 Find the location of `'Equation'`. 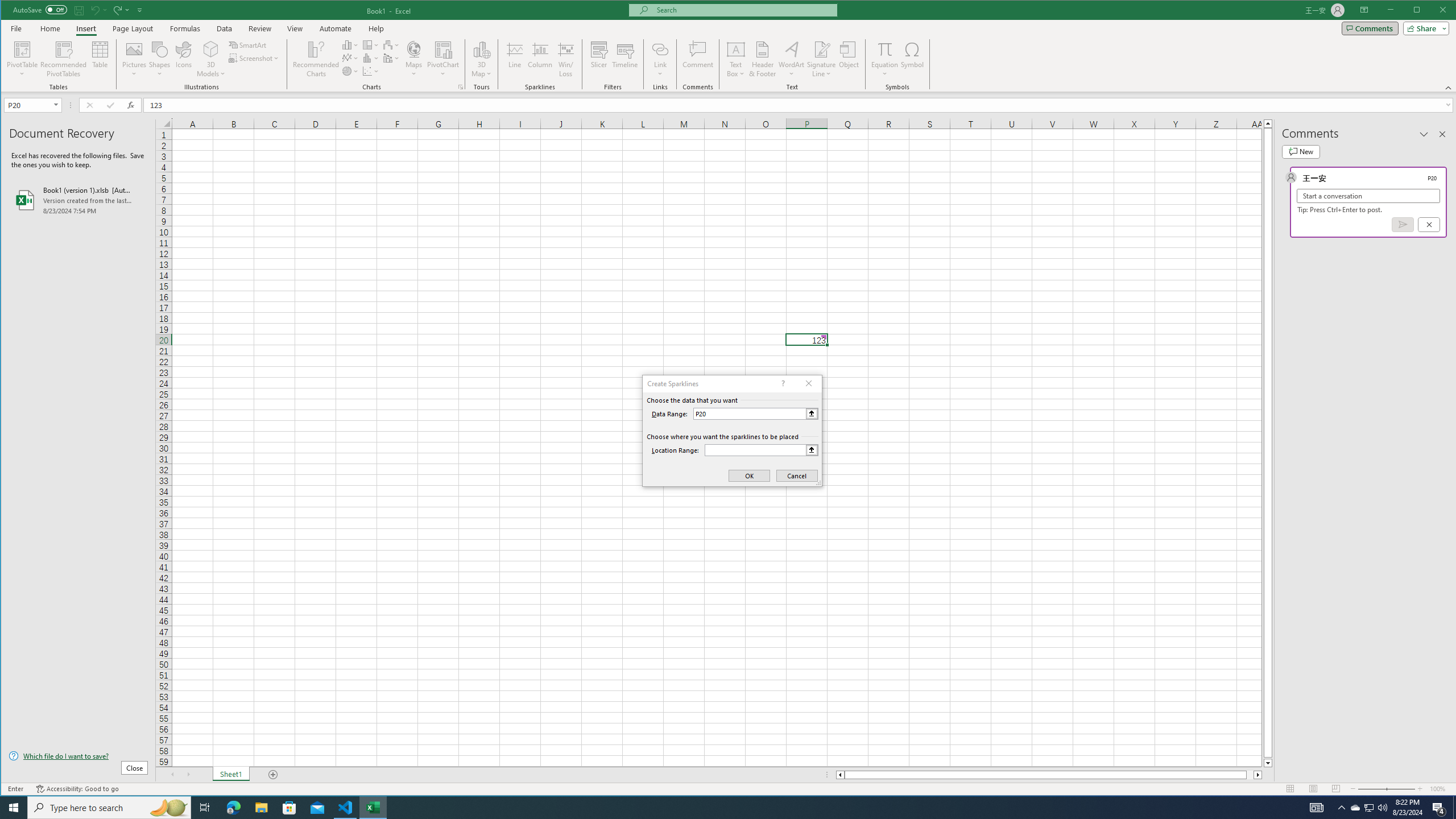

'Equation' is located at coordinates (885, 48).